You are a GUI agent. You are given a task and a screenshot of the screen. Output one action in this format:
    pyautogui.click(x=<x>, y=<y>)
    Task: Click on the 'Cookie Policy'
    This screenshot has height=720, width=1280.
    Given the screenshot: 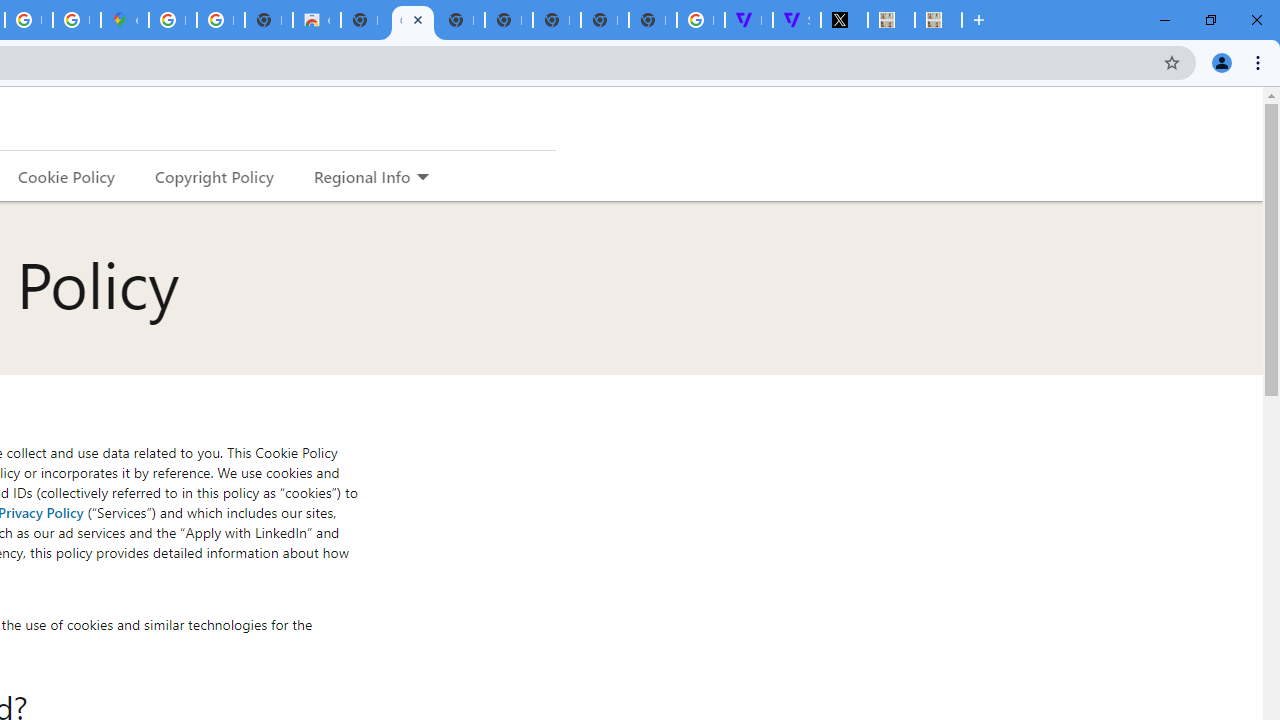 What is the action you would take?
    pyautogui.click(x=66, y=175)
    